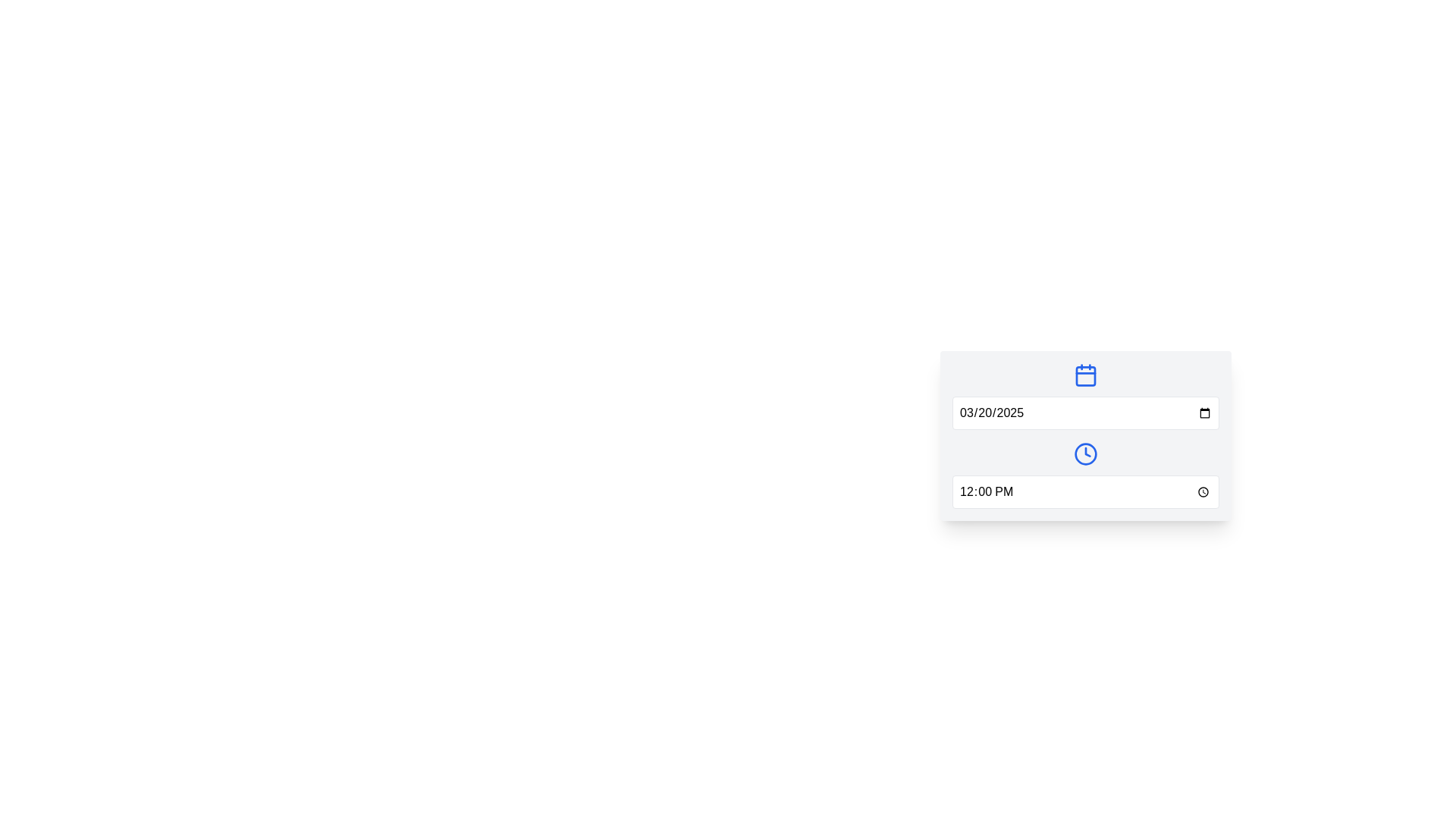 This screenshot has width=1456, height=819. I want to click on the main body of the calendar icon located at the top center of the card-like structure, so click(1084, 375).